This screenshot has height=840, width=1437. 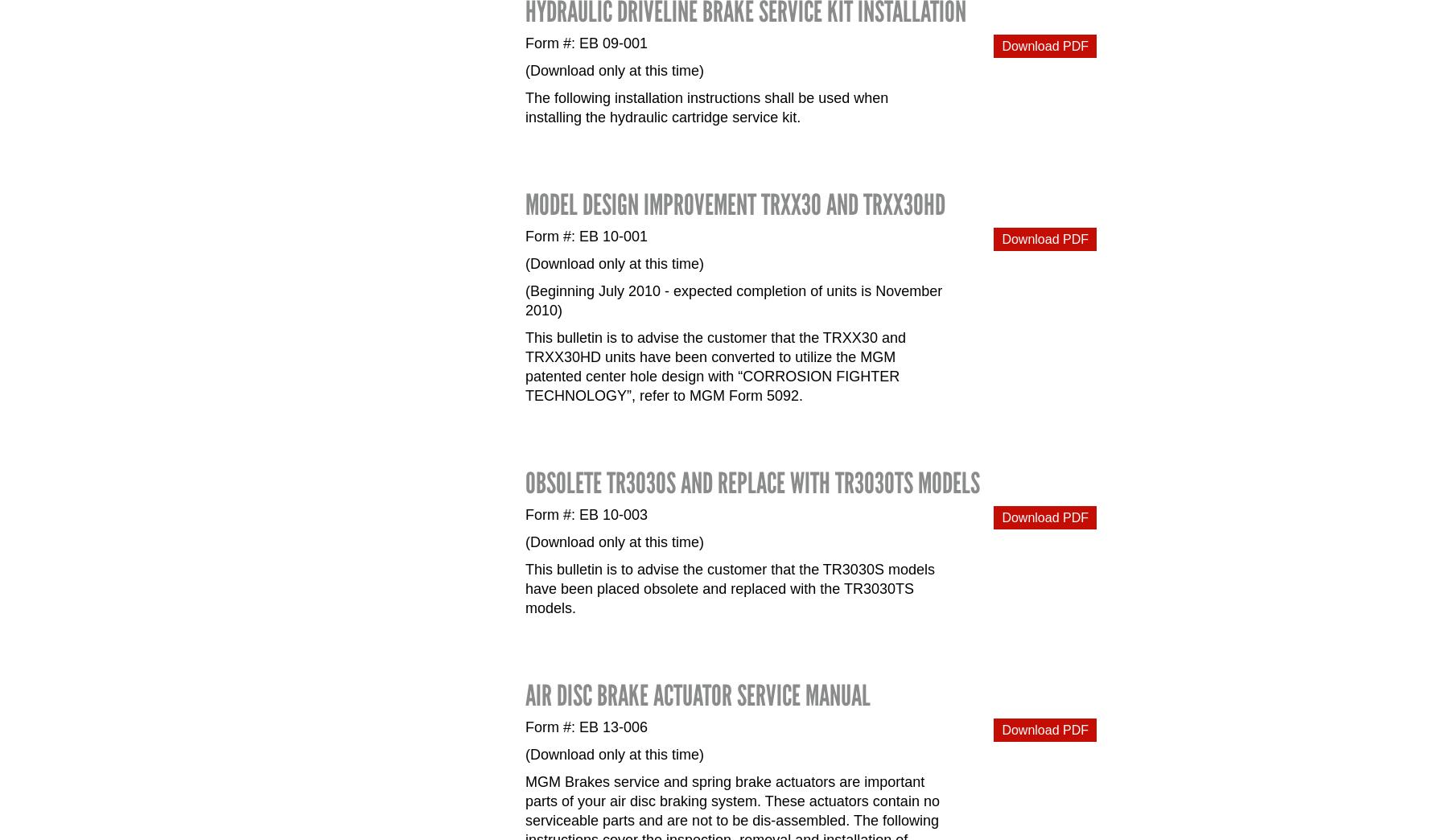 I want to click on 'Obsolete TR3030S and Replace with TR3030TS Models', so click(x=752, y=483).